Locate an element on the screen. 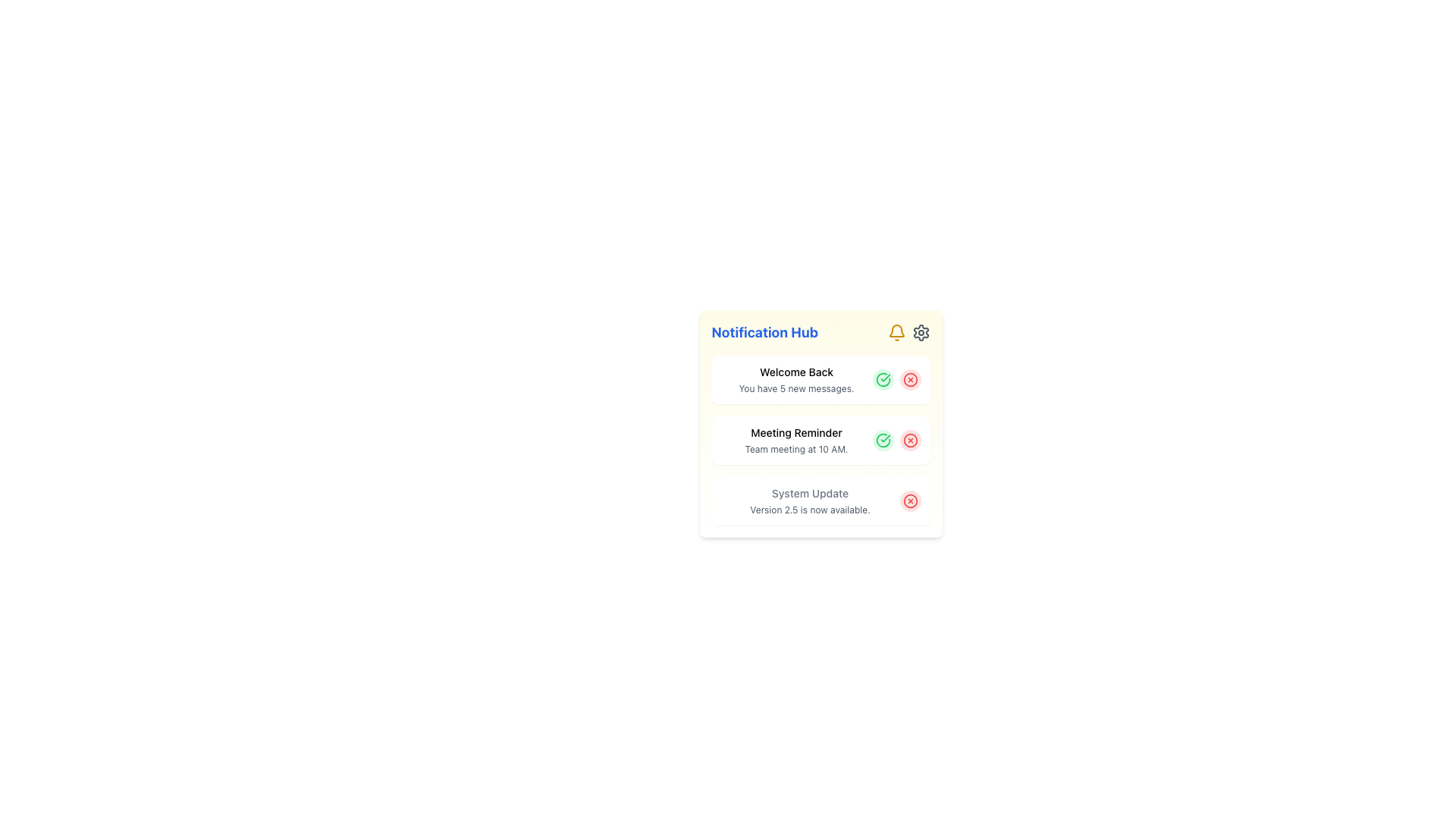 The height and width of the screenshot is (819, 1456). the status indicator icon in the 'Meeting Reminder' notification is located at coordinates (883, 379).